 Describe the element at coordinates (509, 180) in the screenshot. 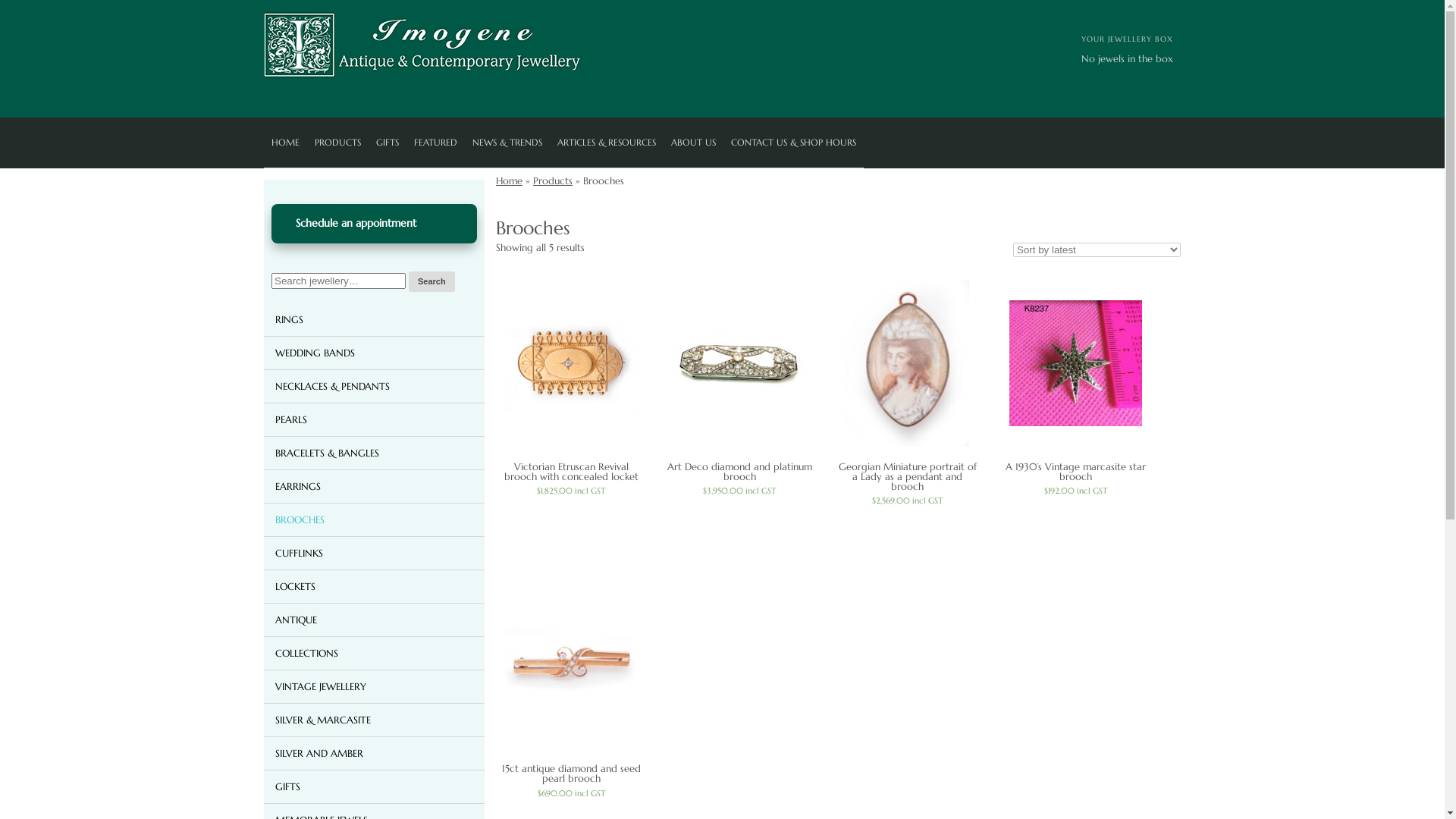

I see `'Home'` at that location.